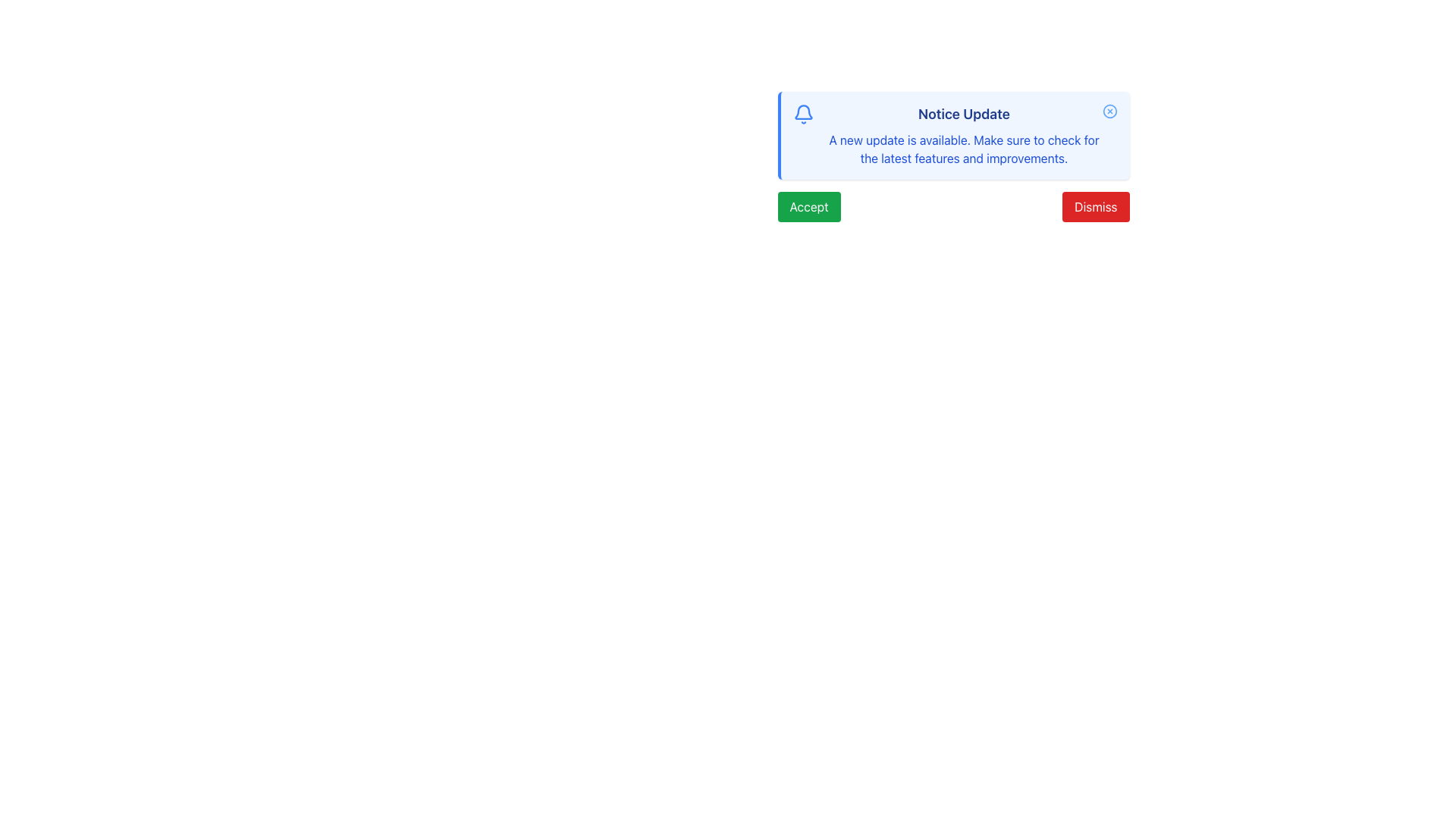  Describe the element at coordinates (1109, 110) in the screenshot. I see `the small circular blue 'close' button located at the top-right corner of the notification box adjacent to the title 'Notice Update'` at that location.